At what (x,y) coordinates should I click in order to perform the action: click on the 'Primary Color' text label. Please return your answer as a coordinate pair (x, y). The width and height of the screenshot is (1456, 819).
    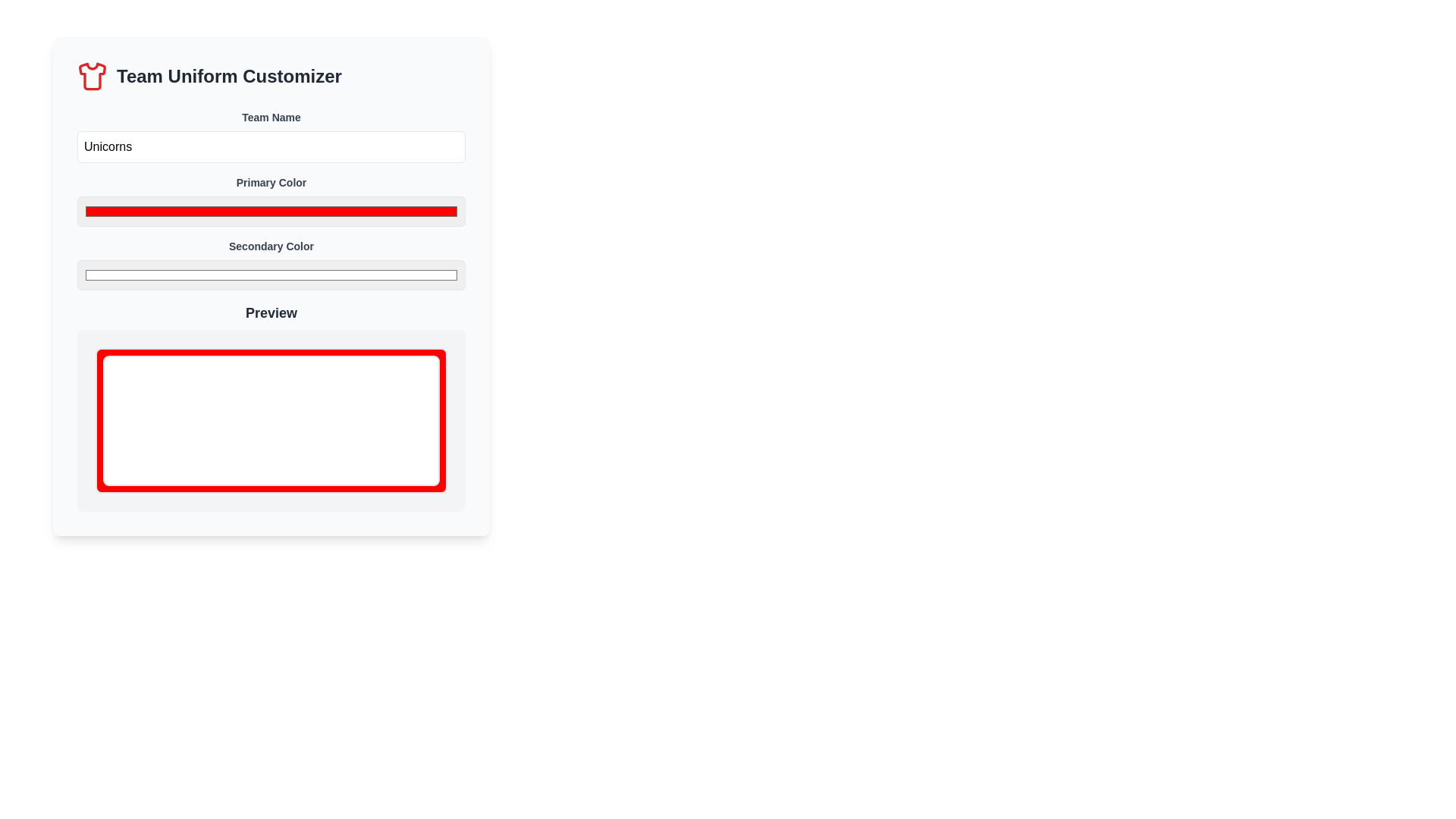
    Looking at the image, I should click on (271, 181).